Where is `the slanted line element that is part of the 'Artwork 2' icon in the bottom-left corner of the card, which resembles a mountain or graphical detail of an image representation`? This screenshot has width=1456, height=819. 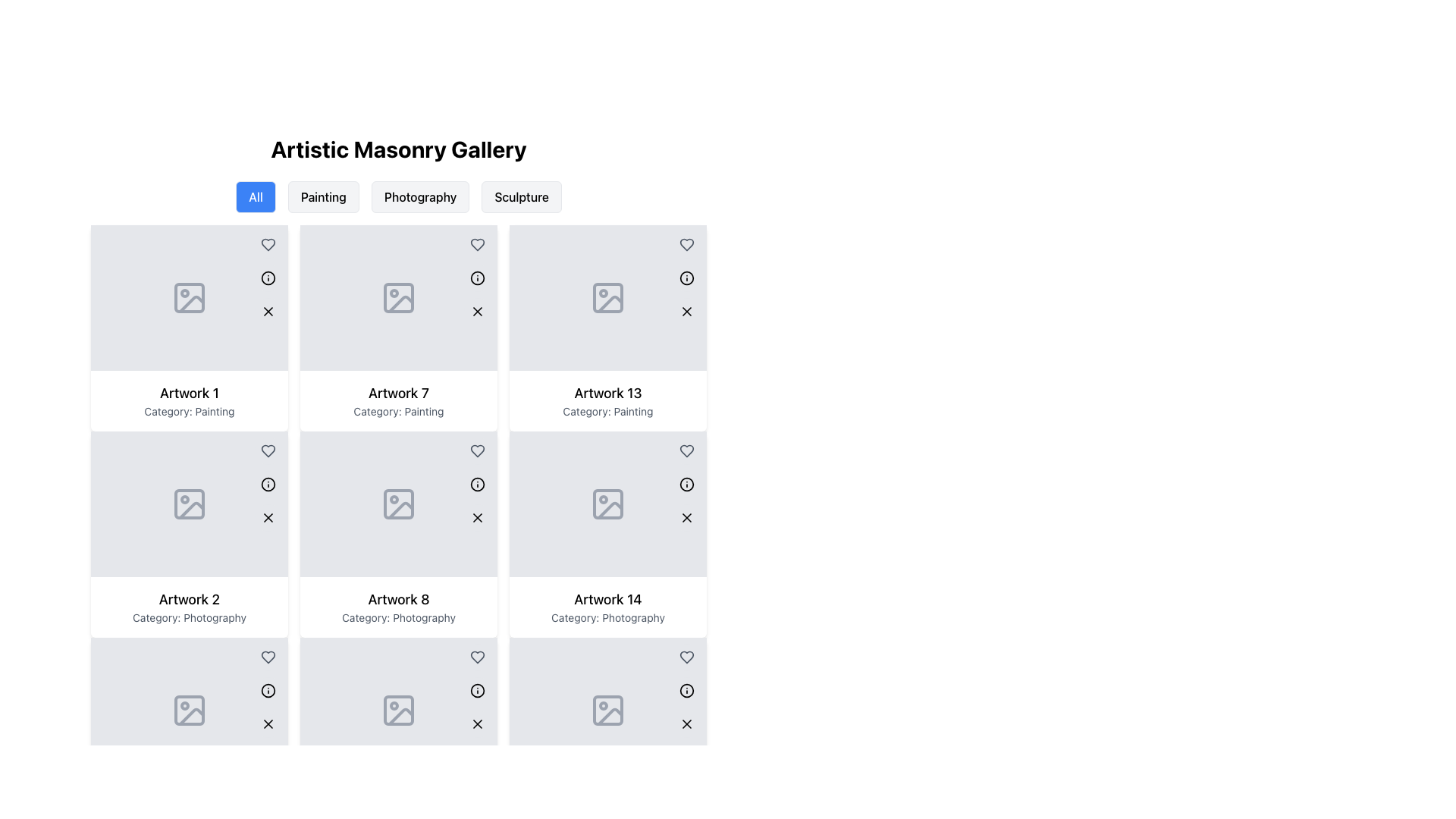 the slanted line element that is part of the 'Artwork 2' icon in the bottom-left corner of the card, which resembles a mountain or graphical detail of an image representation is located at coordinates (191, 717).